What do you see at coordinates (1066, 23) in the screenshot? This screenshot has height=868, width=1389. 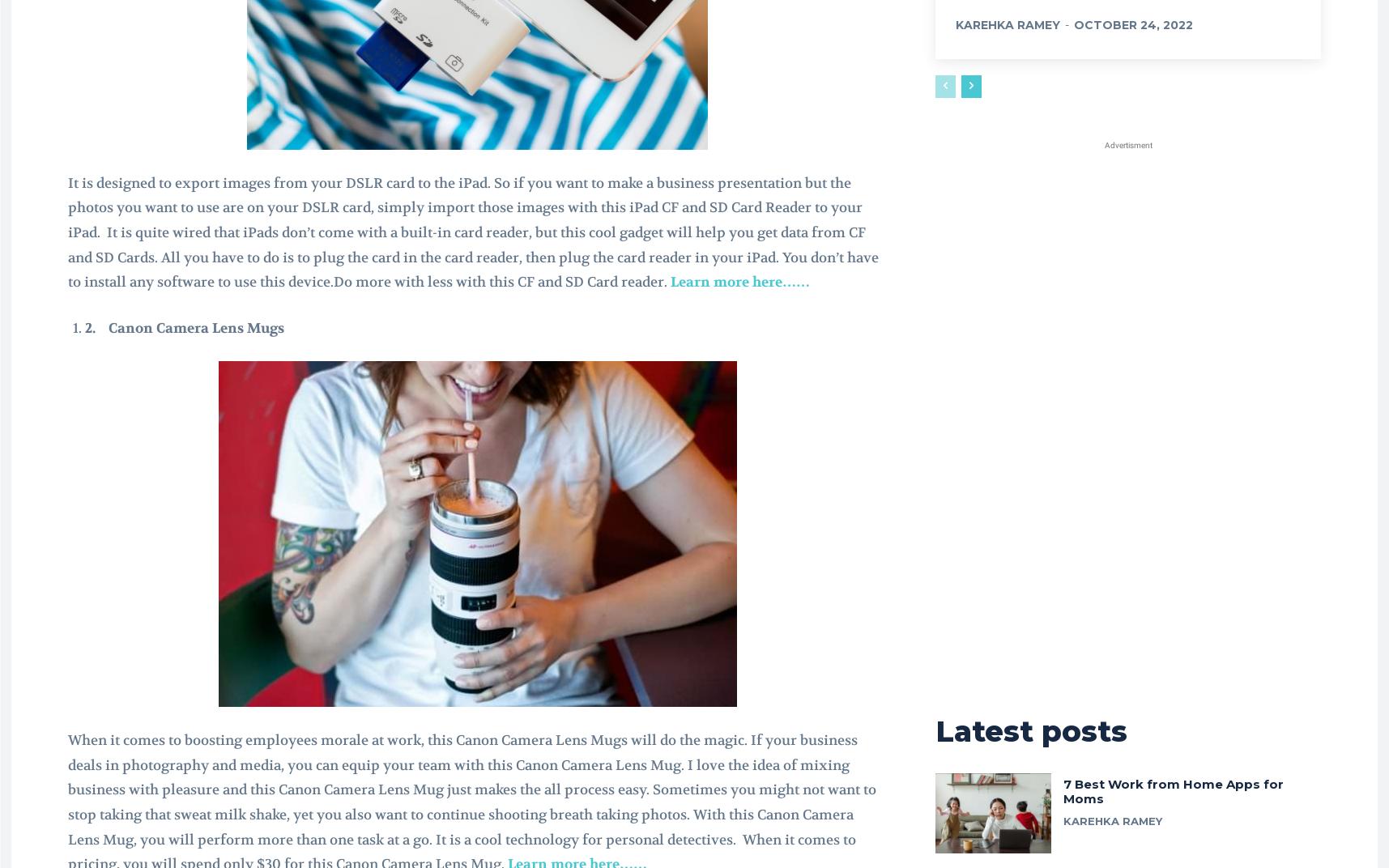 I see `'-'` at bounding box center [1066, 23].